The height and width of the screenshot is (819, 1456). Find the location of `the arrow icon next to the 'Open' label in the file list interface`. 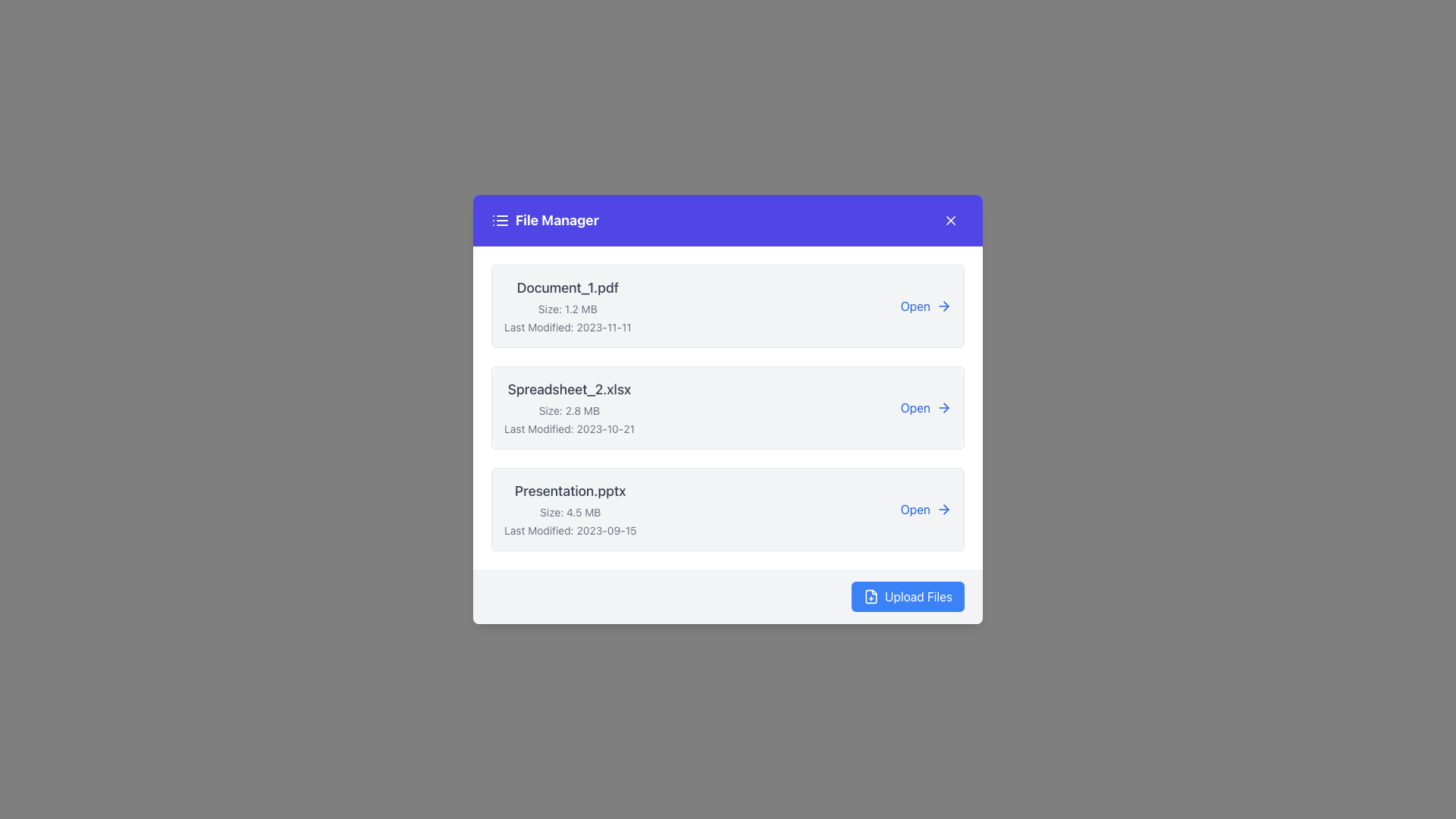

the arrow icon next to the 'Open' label in the file list interface is located at coordinates (943, 406).